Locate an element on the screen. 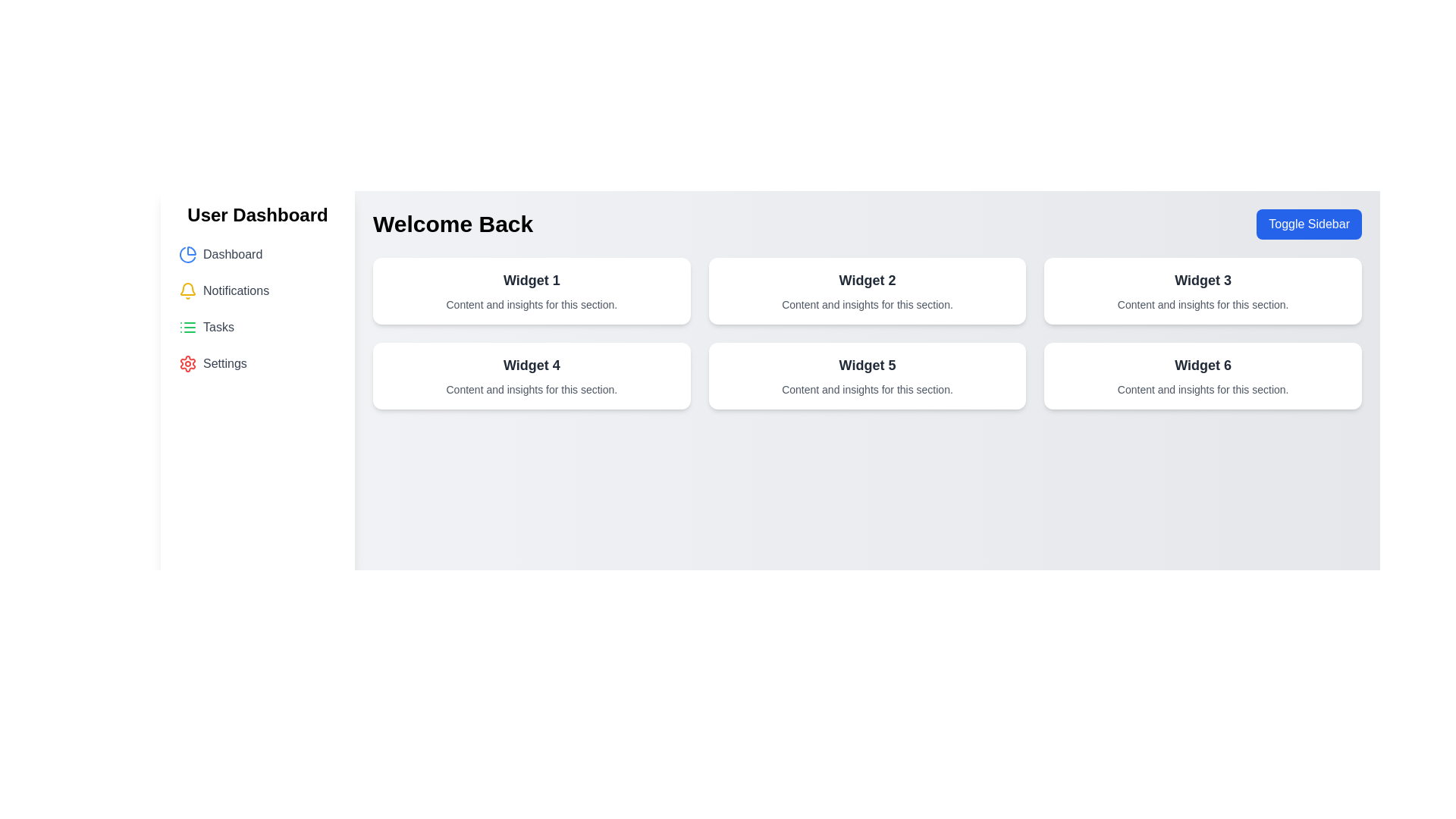 The image size is (1456, 819). the cogwheel-shaped icon with a red fill, representing settings, located in the left sidebar under the 'Settings' menu option is located at coordinates (187, 363).